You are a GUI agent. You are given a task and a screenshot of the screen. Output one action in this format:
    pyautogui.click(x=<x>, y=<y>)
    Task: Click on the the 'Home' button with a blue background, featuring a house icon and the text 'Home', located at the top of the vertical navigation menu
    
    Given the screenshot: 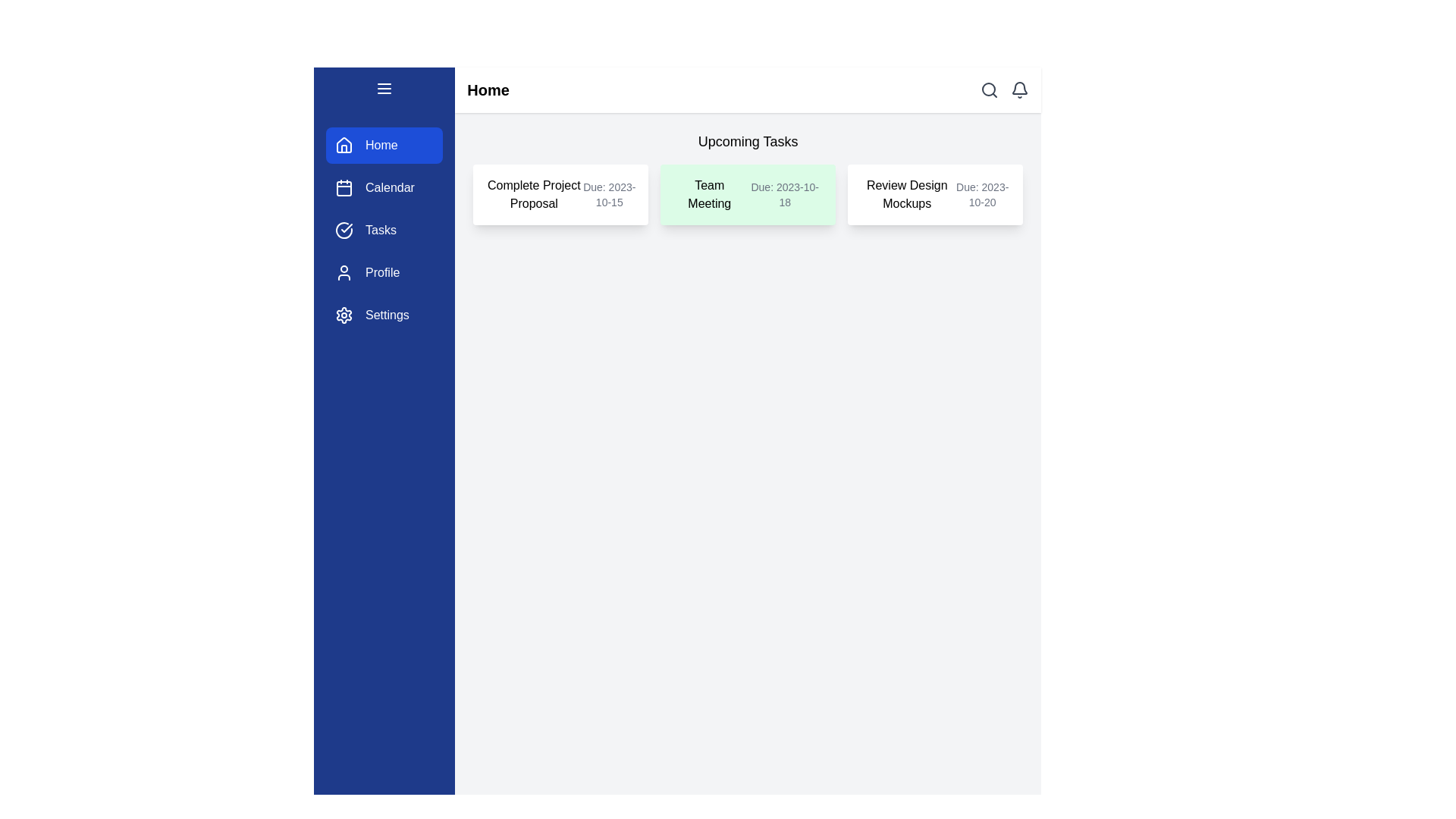 What is the action you would take?
    pyautogui.click(x=384, y=146)
    